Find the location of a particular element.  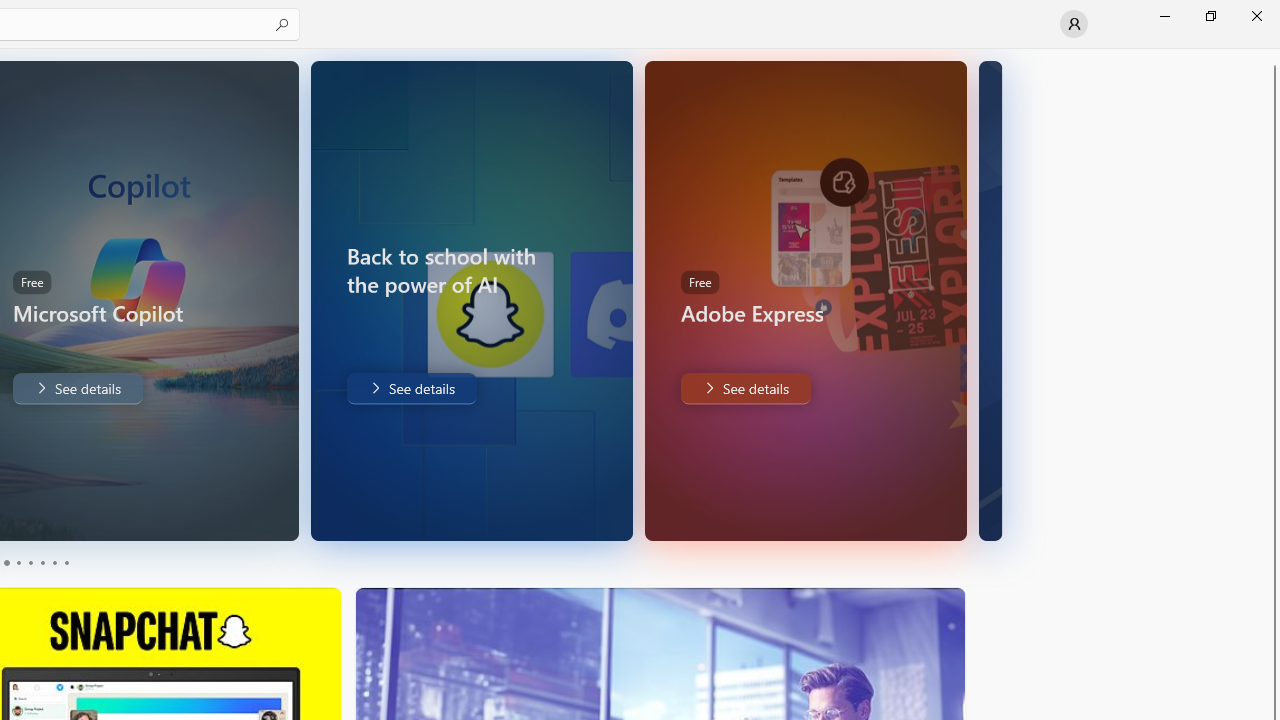

'Restore Microsoft Store' is located at coordinates (1209, 15).